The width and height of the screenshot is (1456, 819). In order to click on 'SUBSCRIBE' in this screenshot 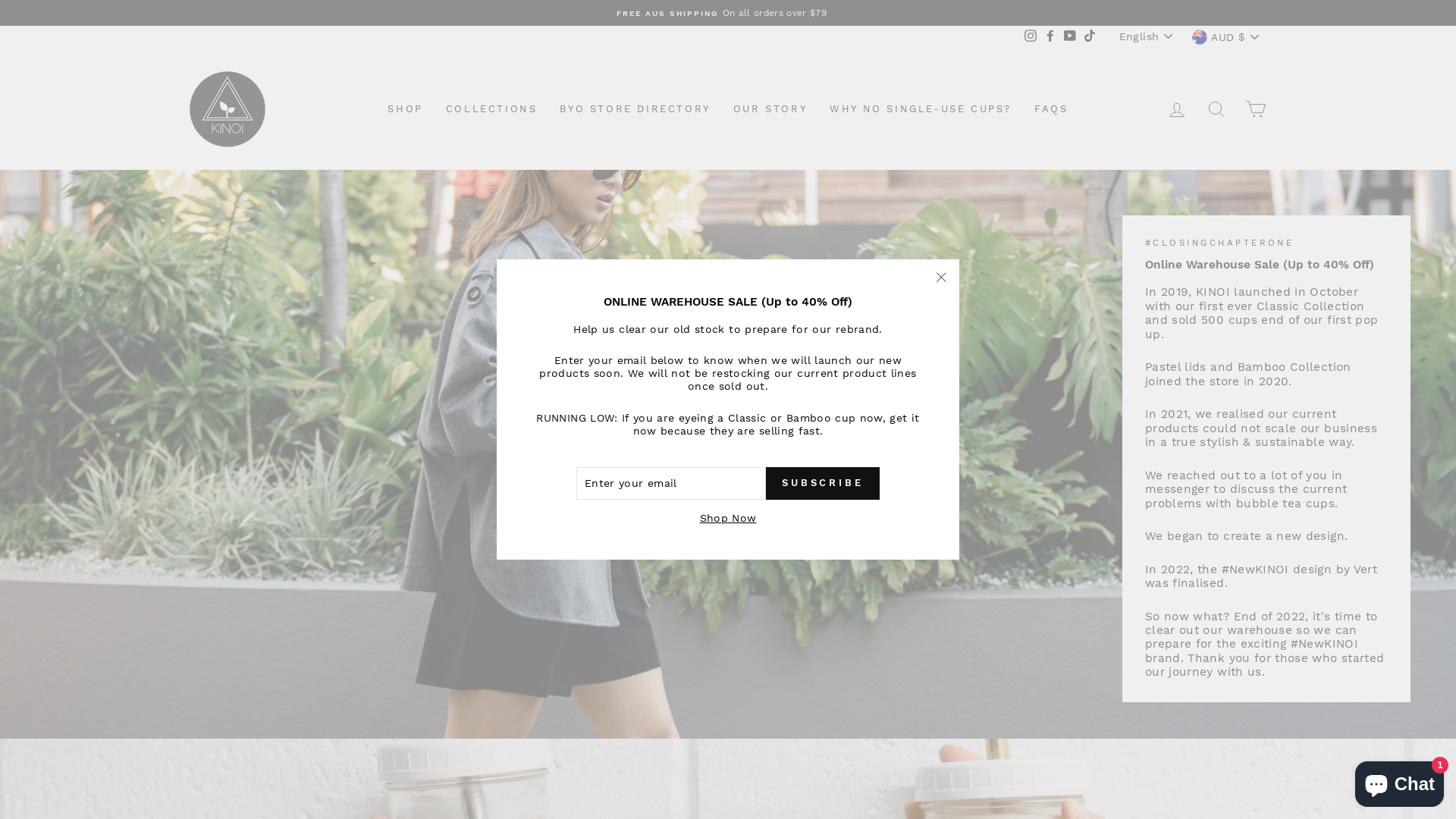, I will do `click(821, 482)`.